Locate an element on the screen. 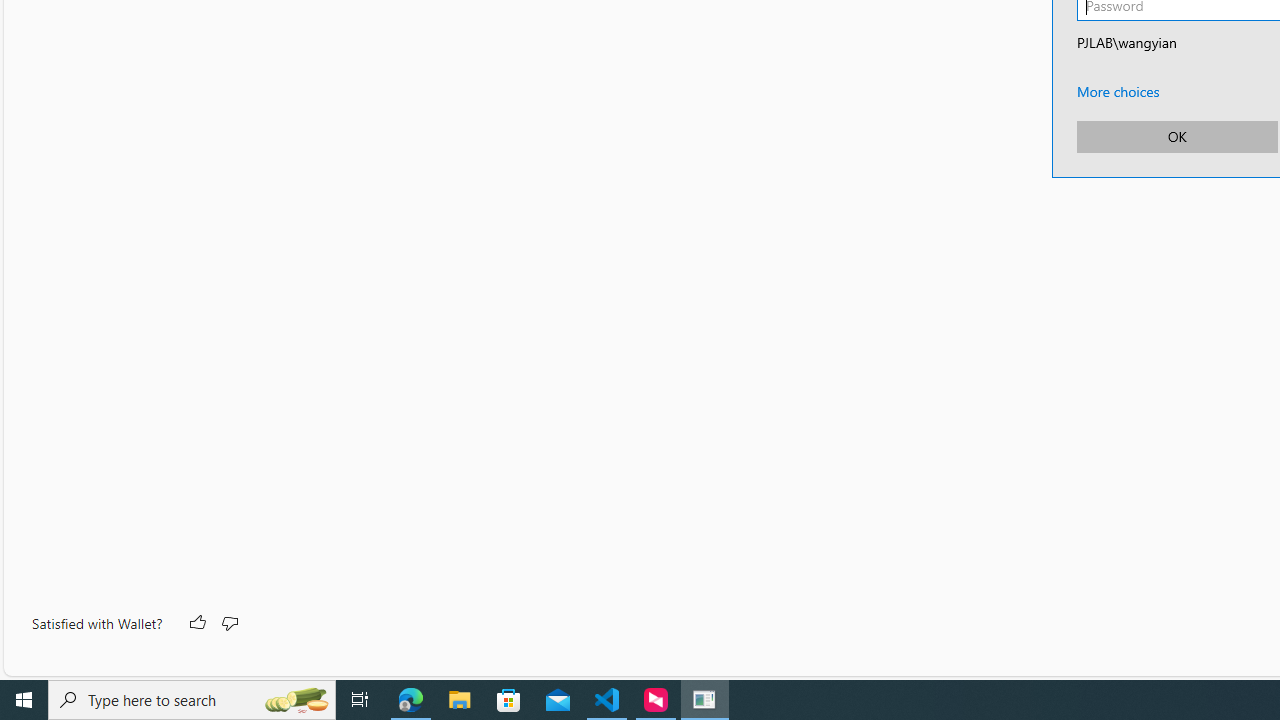 This screenshot has height=720, width=1280. 'Credential Manager UI Host - 1 running window' is located at coordinates (705, 698).